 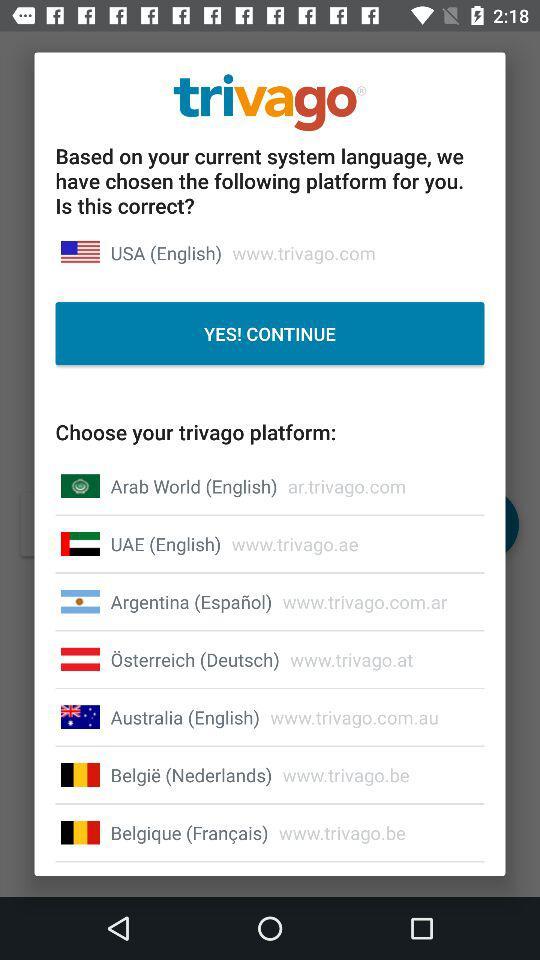 I want to click on the item below australia (english), so click(x=191, y=774).